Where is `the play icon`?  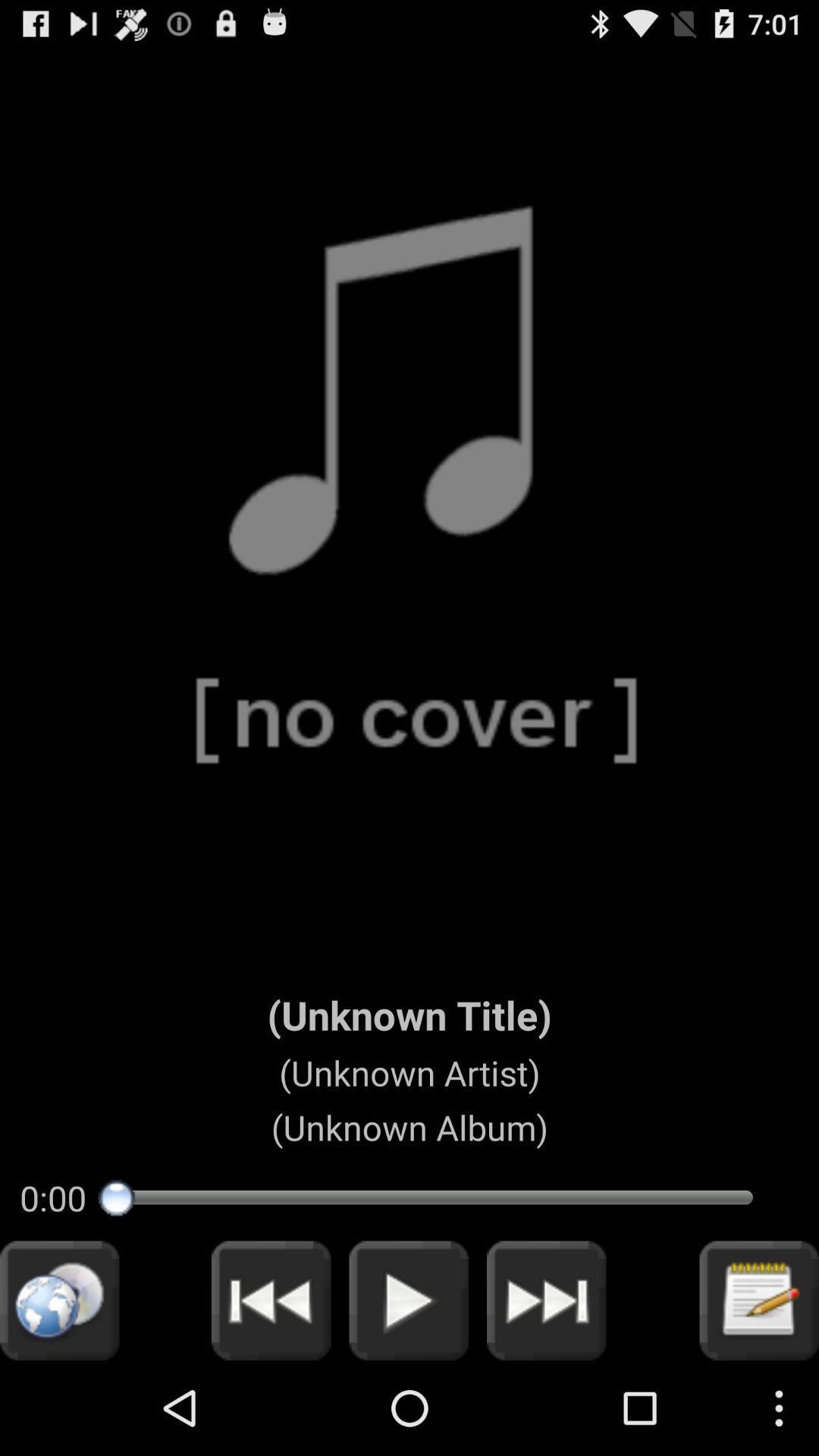 the play icon is located at coordinates (408, 1392).